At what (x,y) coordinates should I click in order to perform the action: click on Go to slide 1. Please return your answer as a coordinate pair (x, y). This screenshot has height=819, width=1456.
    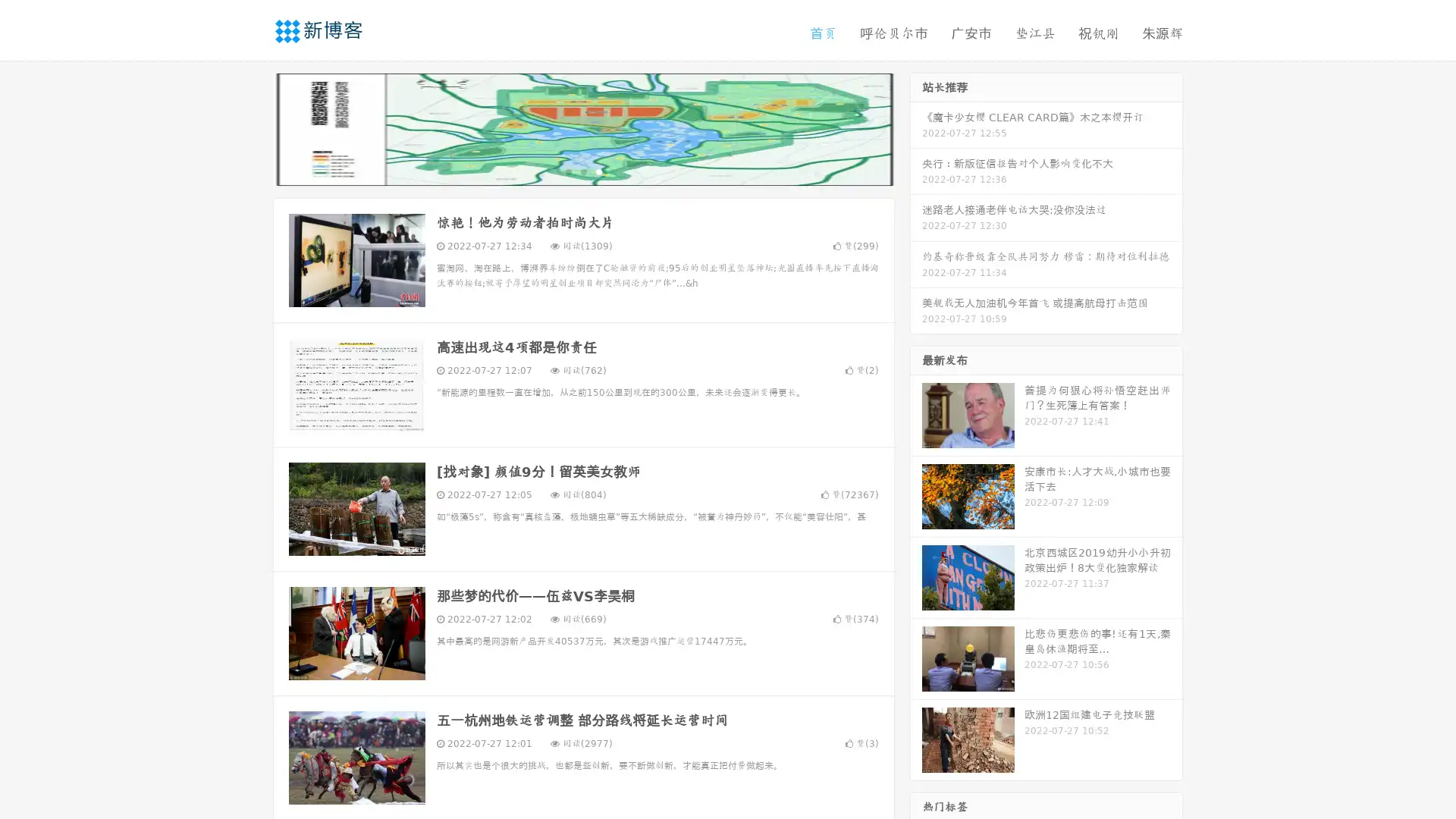
    Looking at the image, I should click on (567, 171).